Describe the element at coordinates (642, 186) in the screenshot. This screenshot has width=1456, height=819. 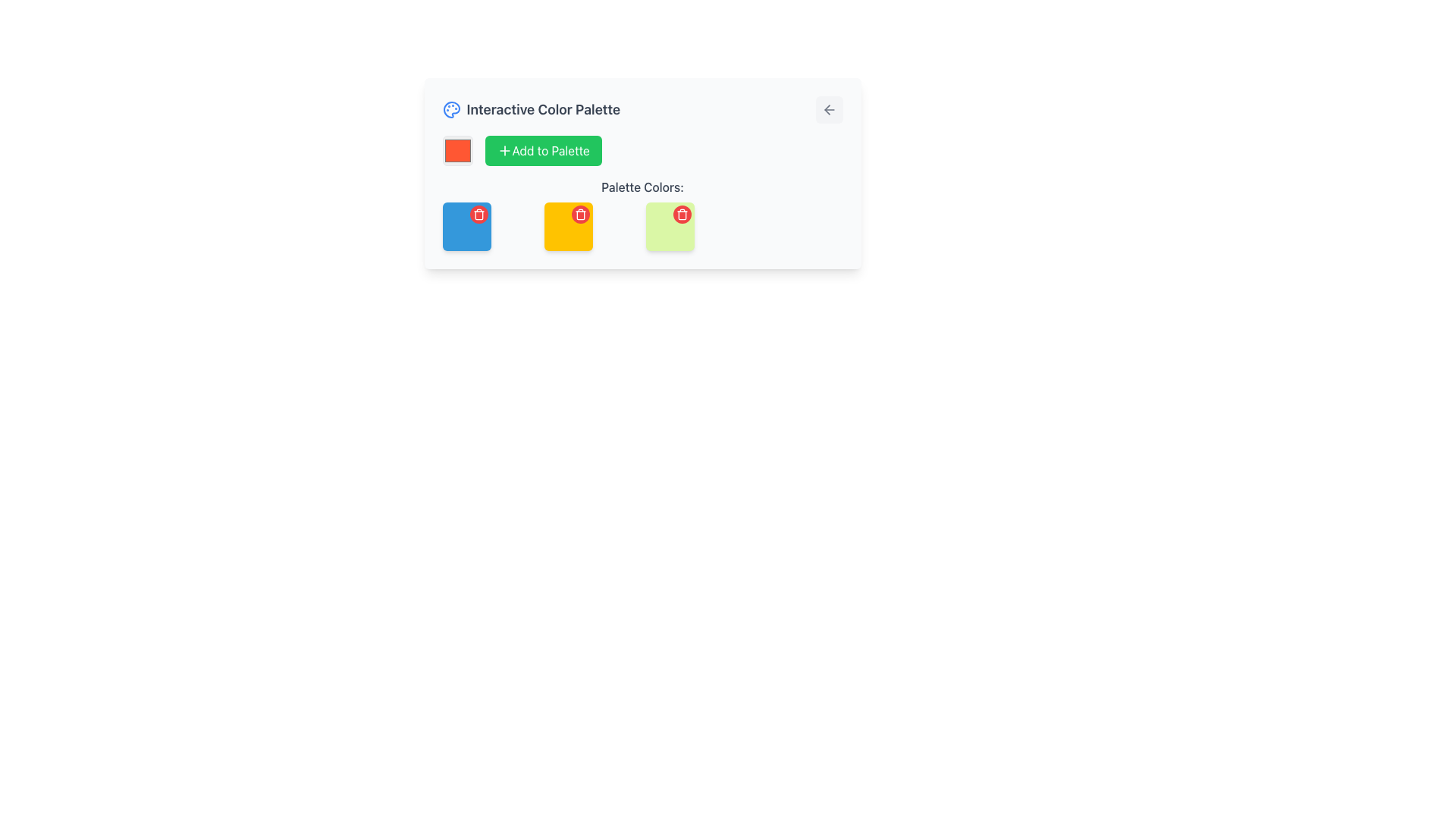
I see `the Text Label displaying 'Palette Colors:' which is prominently positioned above the grid of colorful components` at that location.